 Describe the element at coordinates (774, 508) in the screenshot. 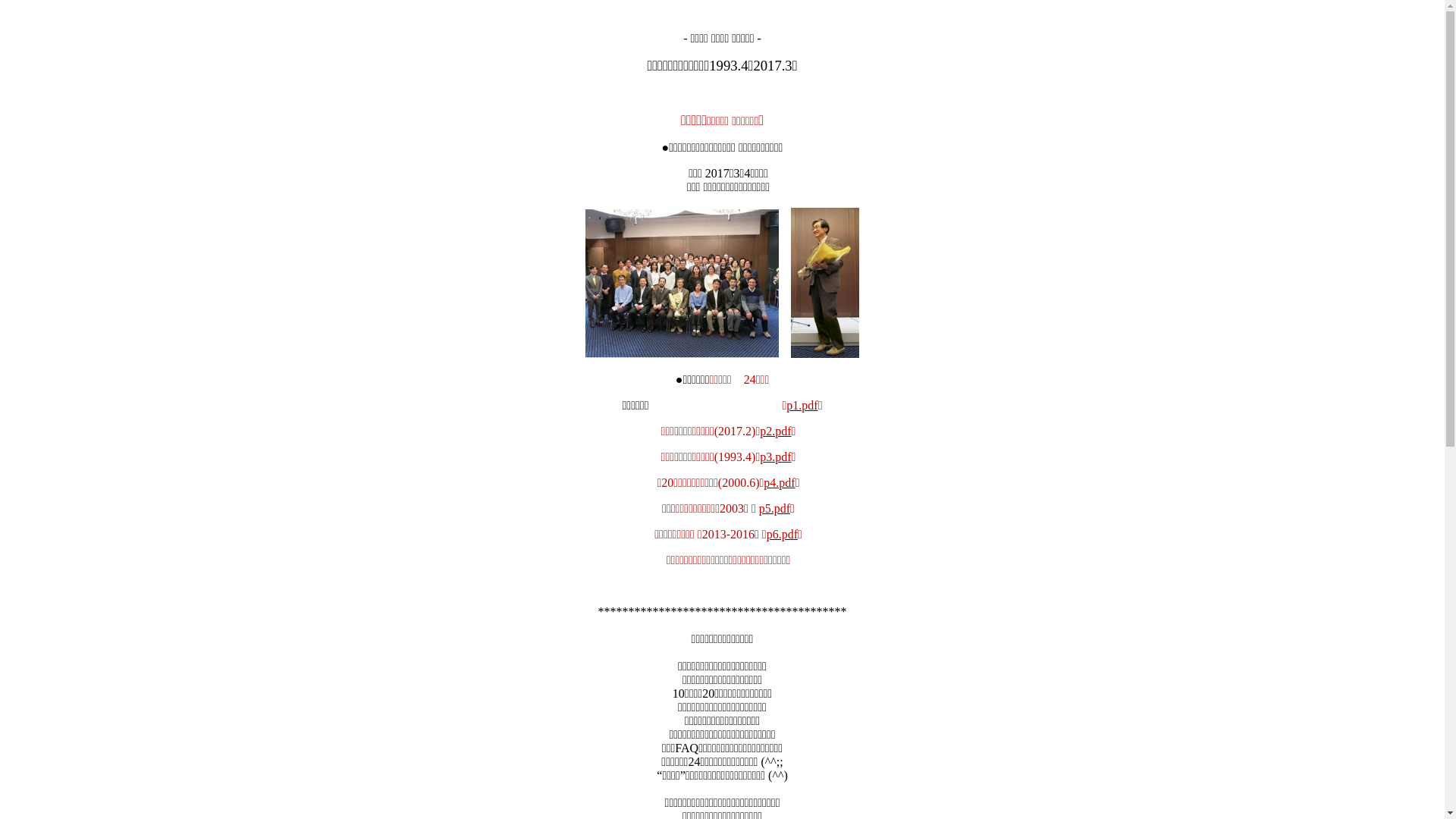

I see `'p5.pdf'` at that location.